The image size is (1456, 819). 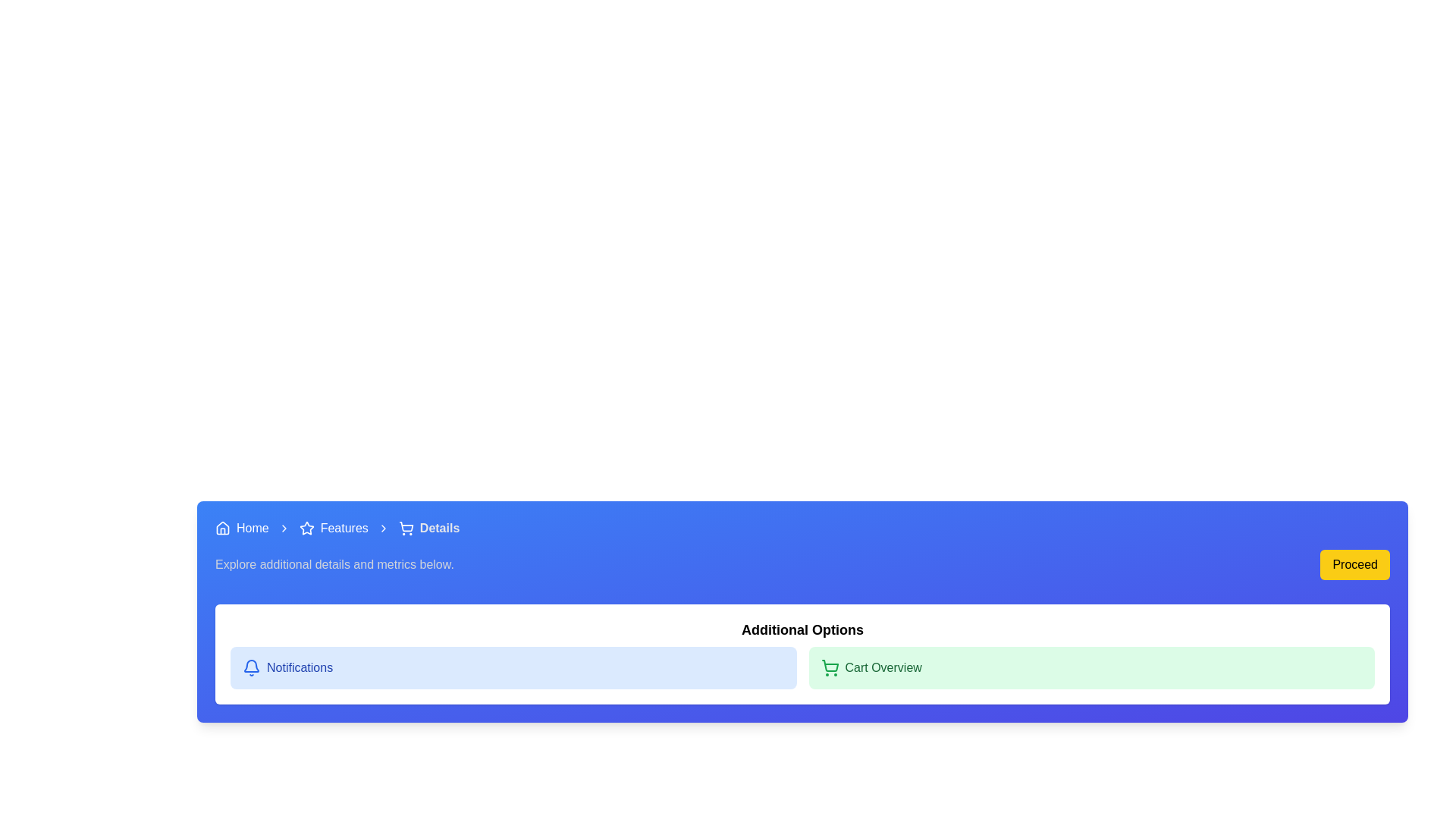 What do you see at coordinates (300, 667) in the screenshot?
I see `the 'Notifications' text label, which is styled in medium-sized blue font and positioned to the right of a bell icon within a rounded blue background box` at bounding box center [300, 667].